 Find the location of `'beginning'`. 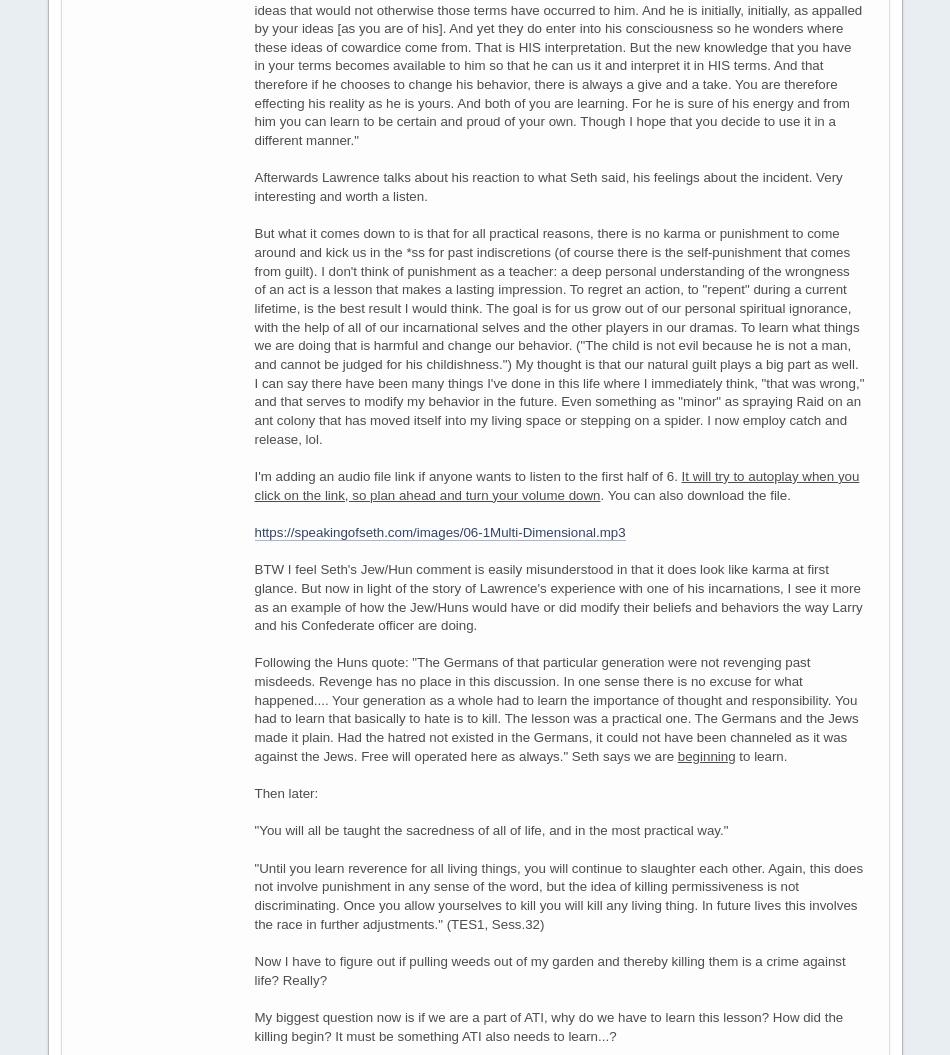

'beginning' is located at coordinates (706, 755).